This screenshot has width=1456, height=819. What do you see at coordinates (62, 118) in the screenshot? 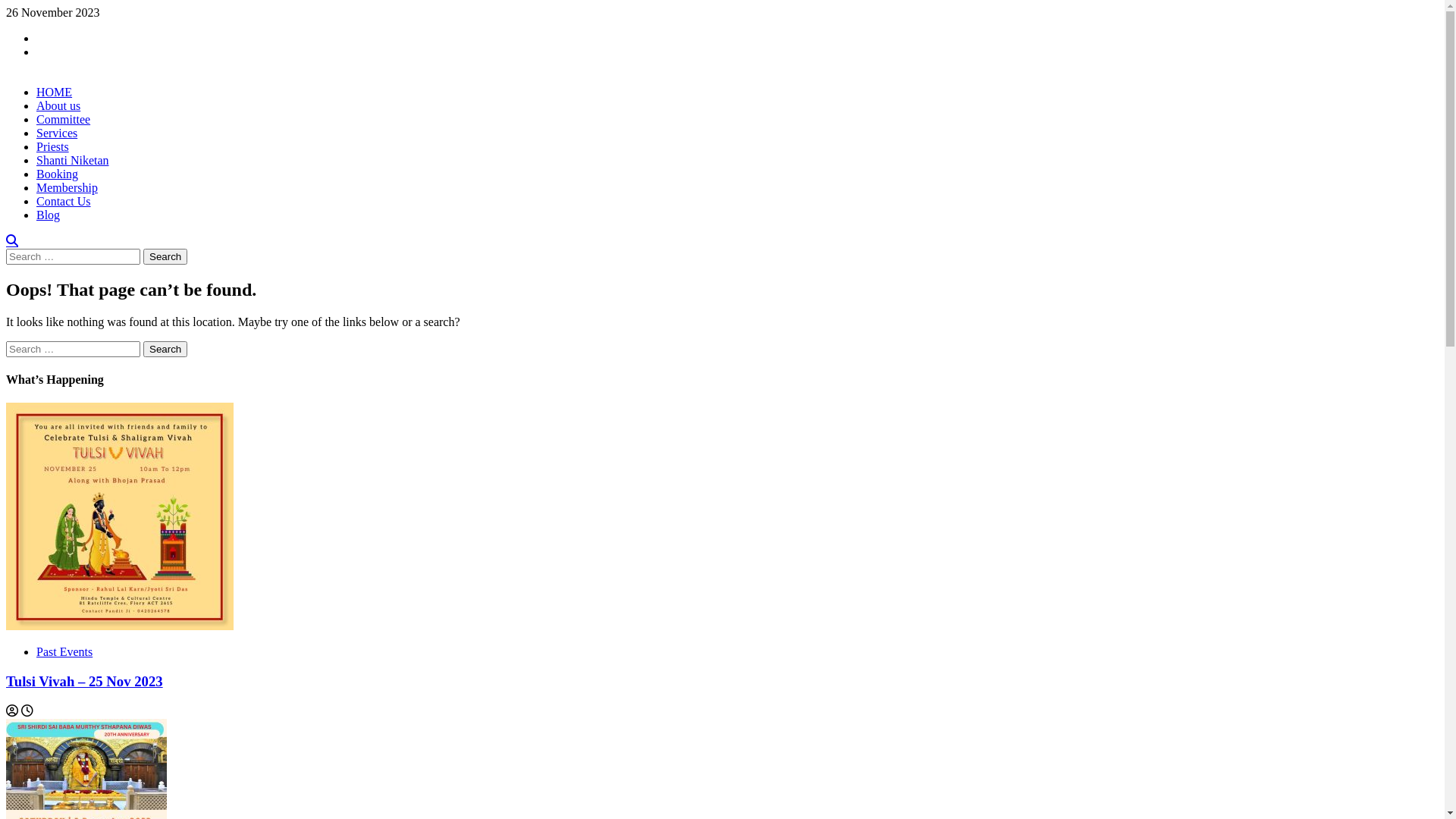
I see `'Committee'` at bounding box center [62, 118].